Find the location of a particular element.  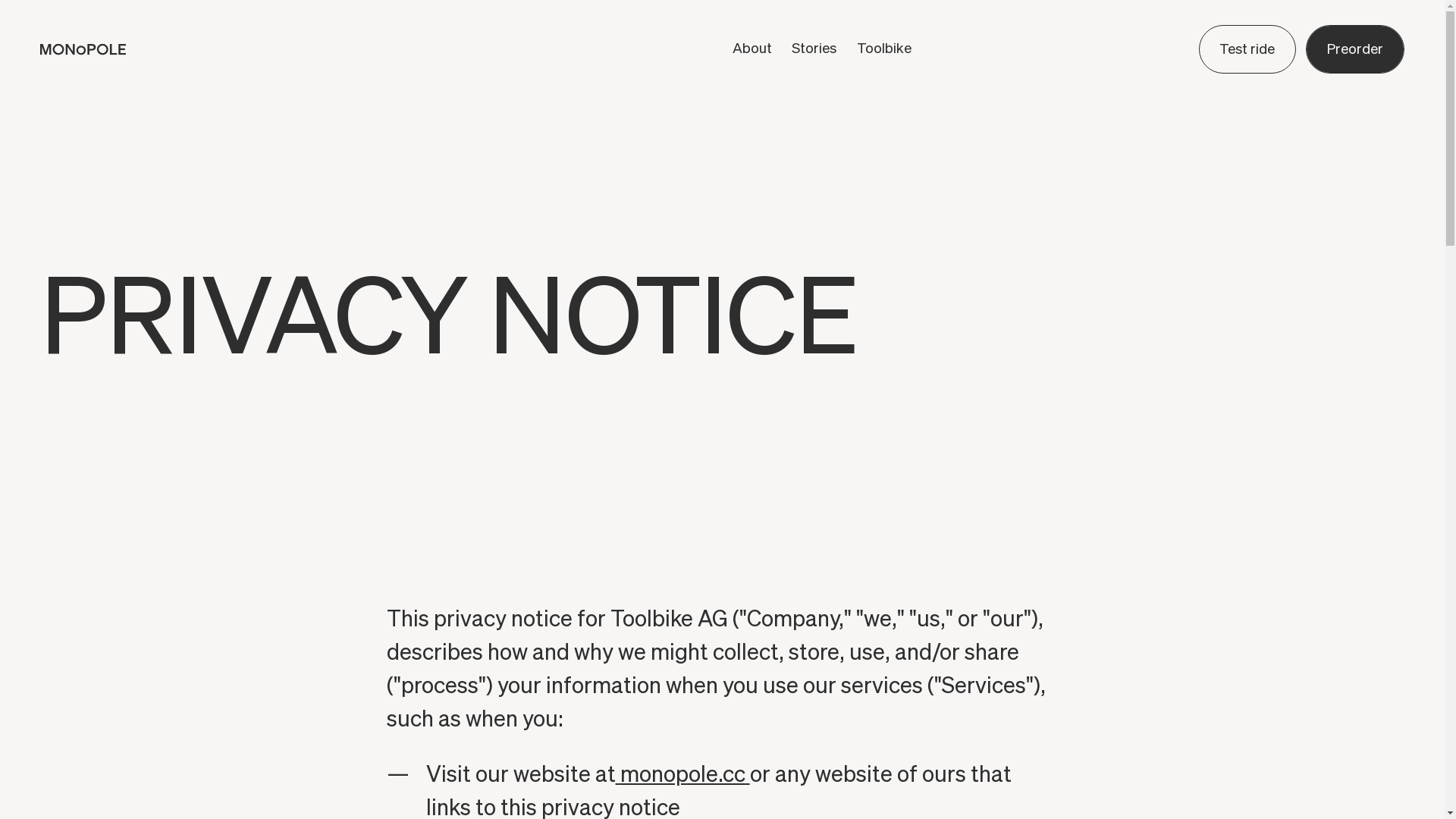

'Test ride' is located at coordinates (1197, 49).